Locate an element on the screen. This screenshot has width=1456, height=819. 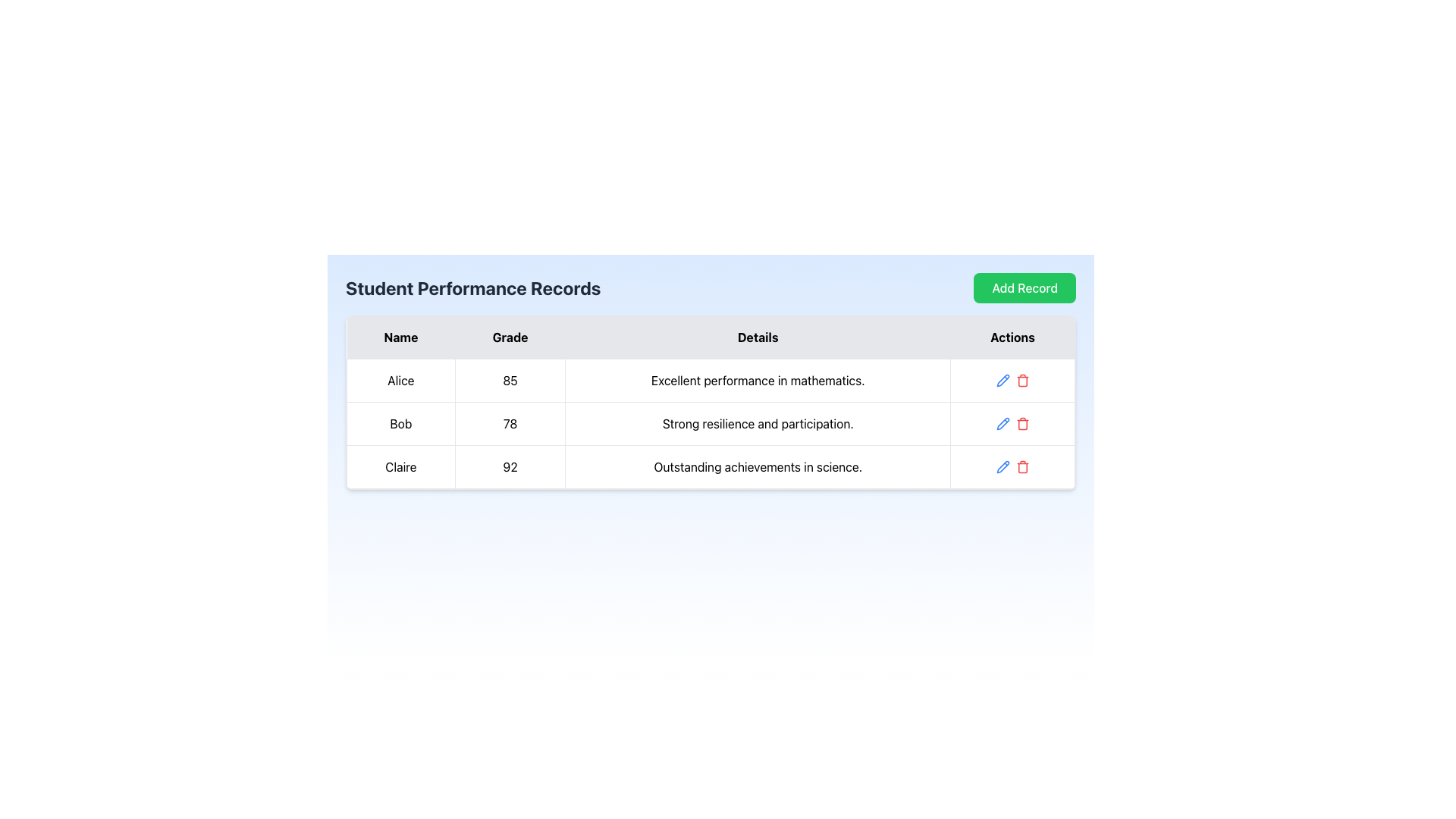
the edit button in the 'Actions' column of the table for the entry 'Claire' to trigger the highlight effect is located at coordinates (1003, 466).